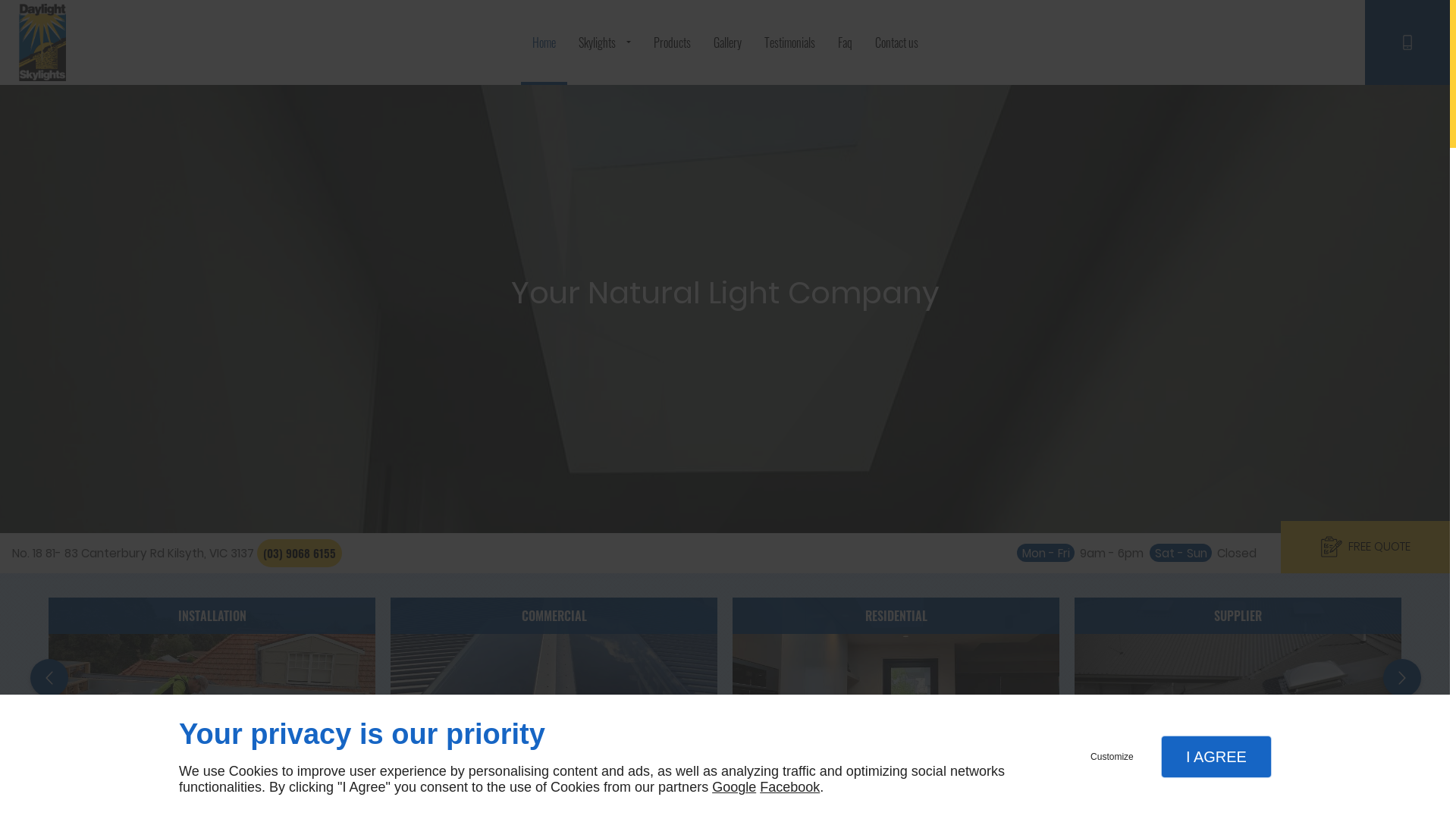 The height and width of the screenshot is (819, 1456). Describe the element at coordinates (299, 553) in the screenshot. I see `'(03) 9068 6155'` at that location.